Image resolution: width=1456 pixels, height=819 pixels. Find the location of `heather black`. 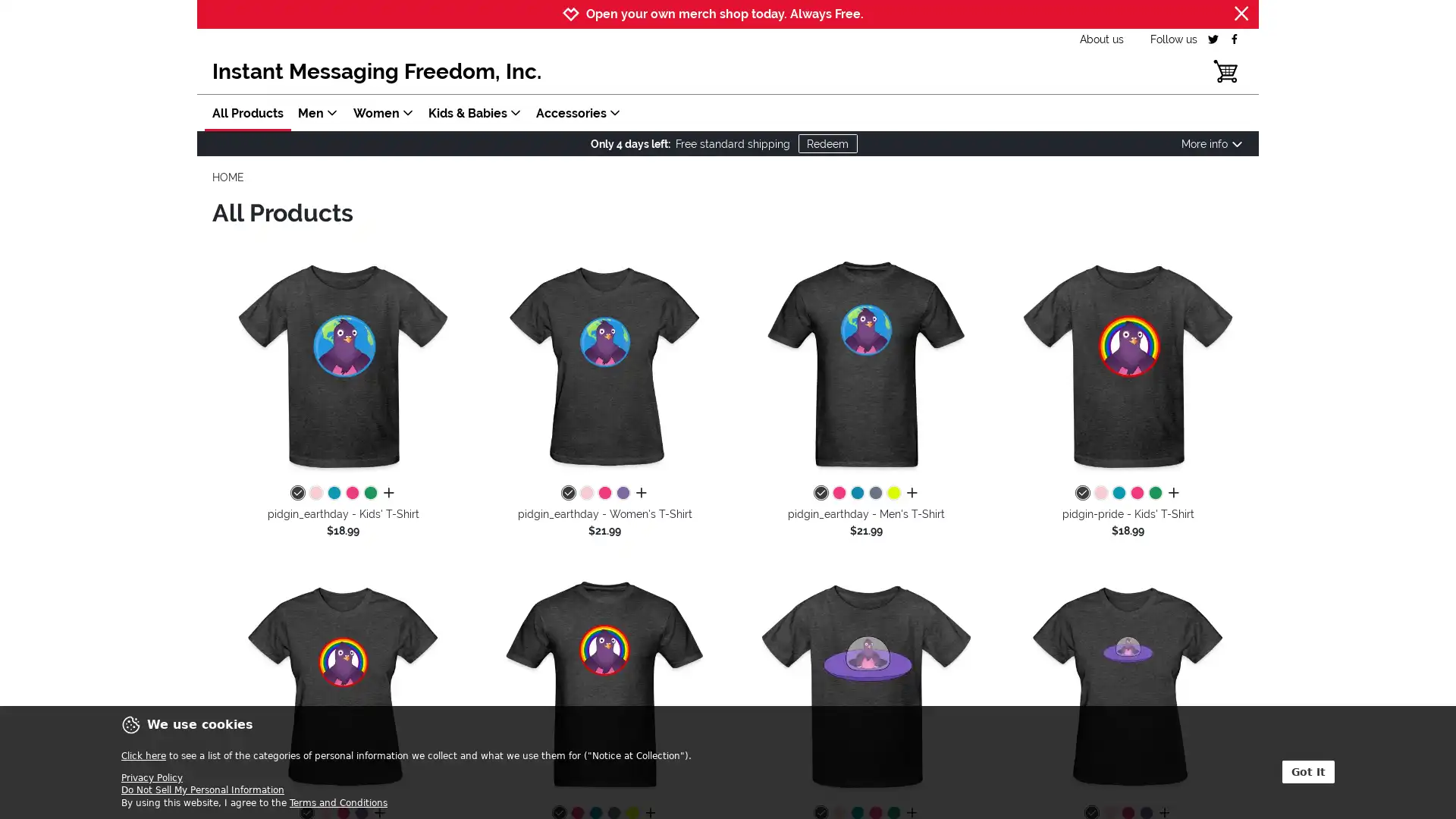

heather black is located at coordinates (1081, 494).